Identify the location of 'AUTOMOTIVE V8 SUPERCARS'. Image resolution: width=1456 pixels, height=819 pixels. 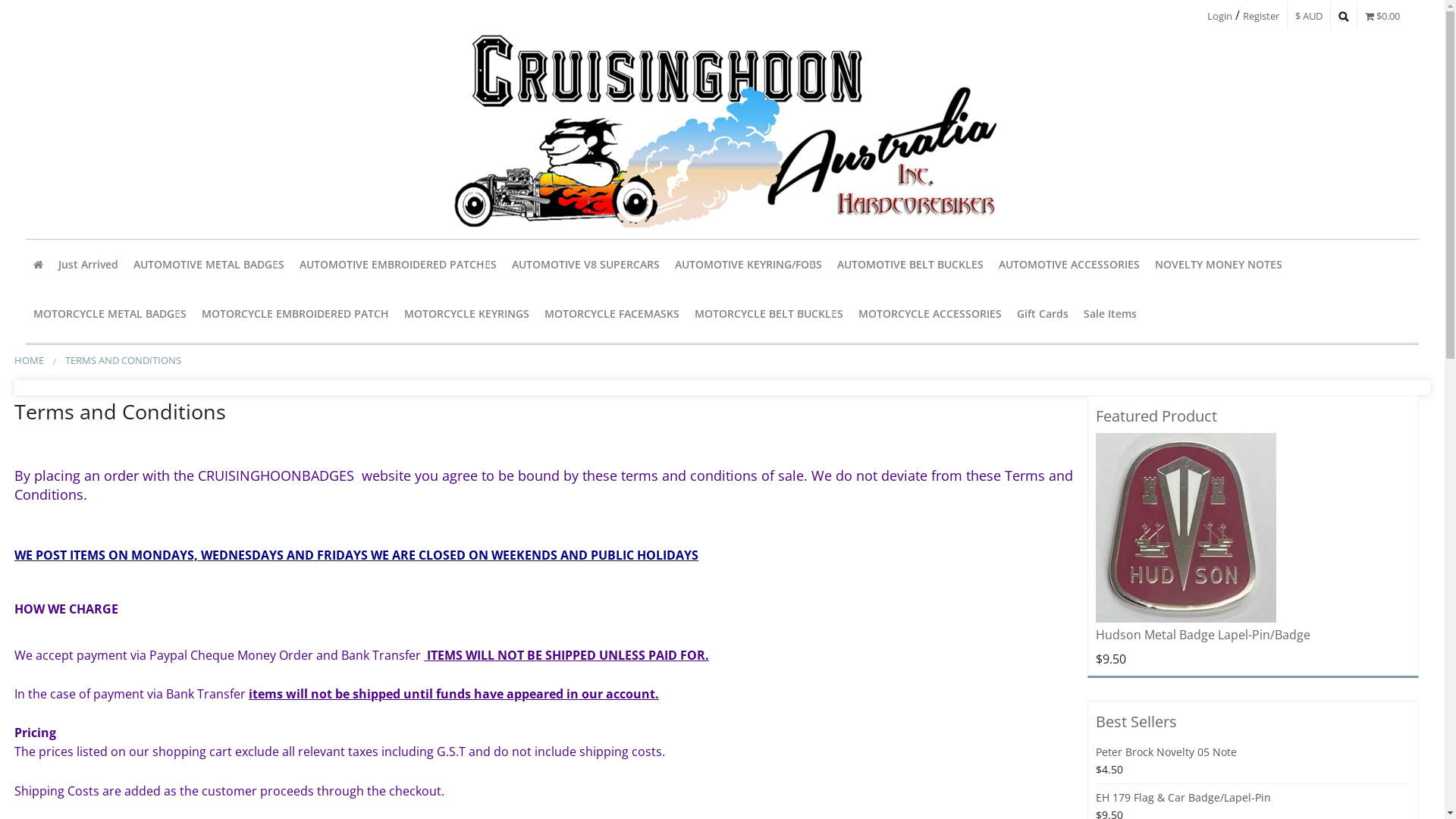
(585, 263).